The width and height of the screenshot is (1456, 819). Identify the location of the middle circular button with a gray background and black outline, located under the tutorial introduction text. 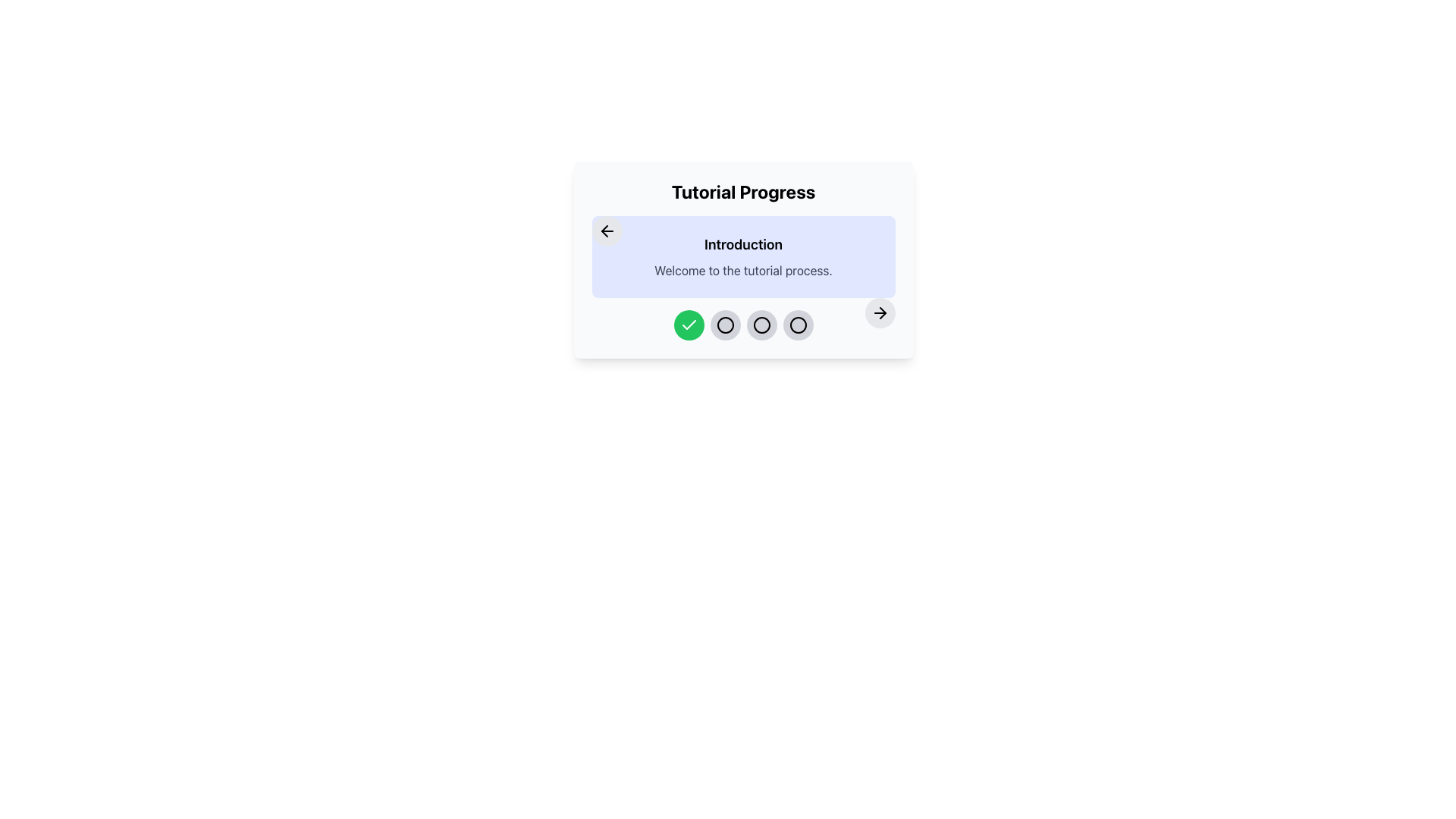
(724, 324).